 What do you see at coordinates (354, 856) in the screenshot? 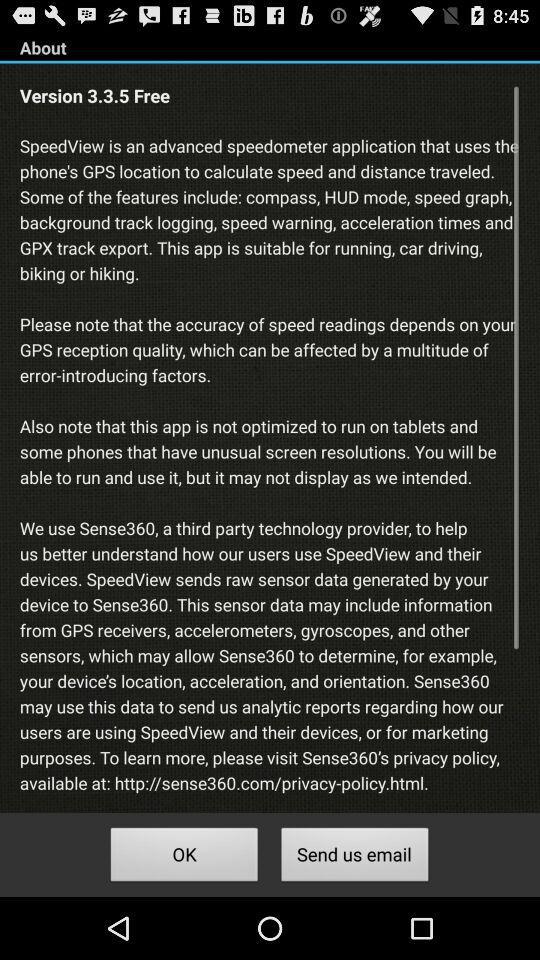
I see `send us email item` at bounding box center [354, 856].